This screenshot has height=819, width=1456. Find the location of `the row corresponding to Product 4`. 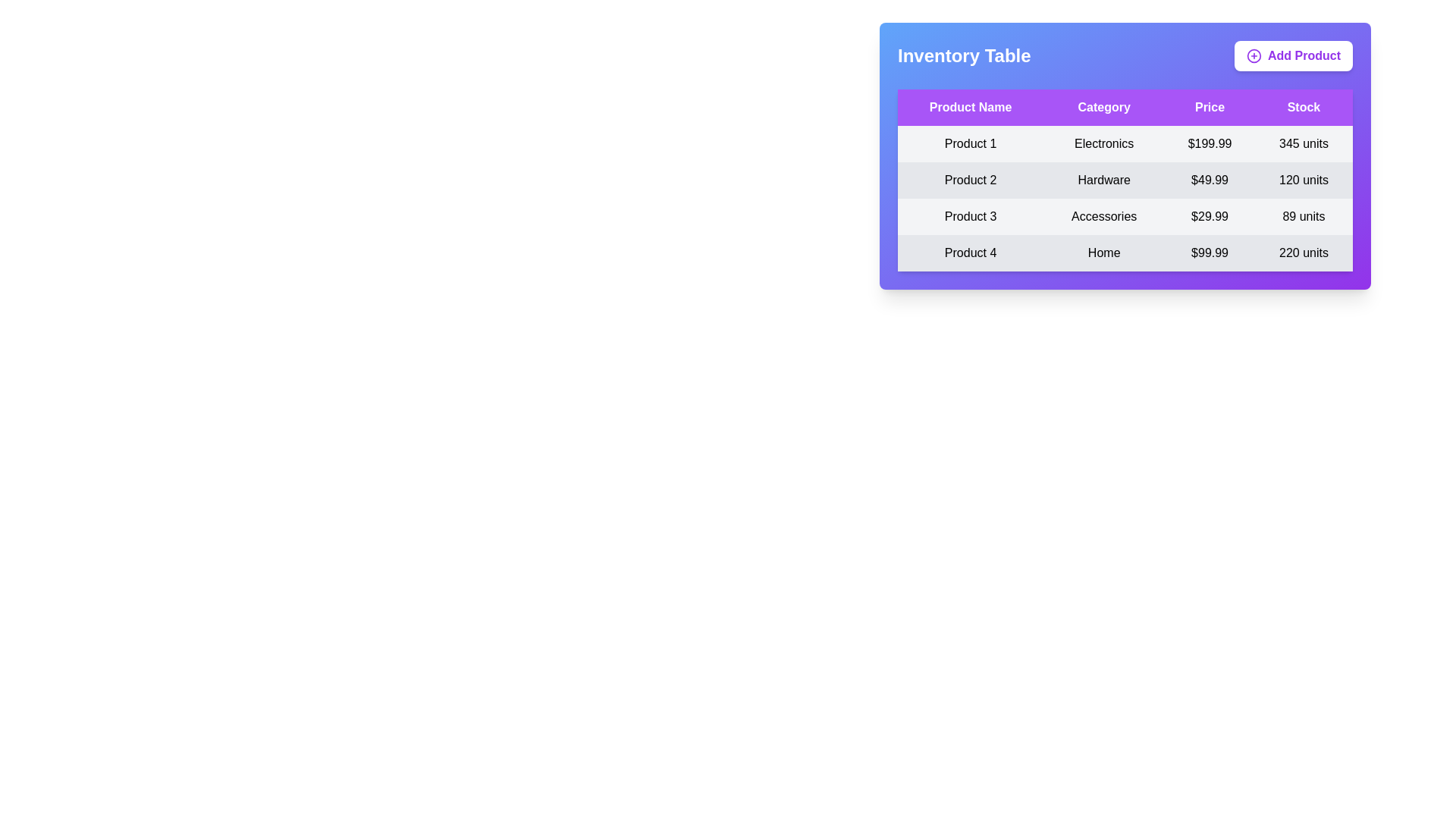

the row corresponding to Product 4 is located at coordinates (1125, 253).